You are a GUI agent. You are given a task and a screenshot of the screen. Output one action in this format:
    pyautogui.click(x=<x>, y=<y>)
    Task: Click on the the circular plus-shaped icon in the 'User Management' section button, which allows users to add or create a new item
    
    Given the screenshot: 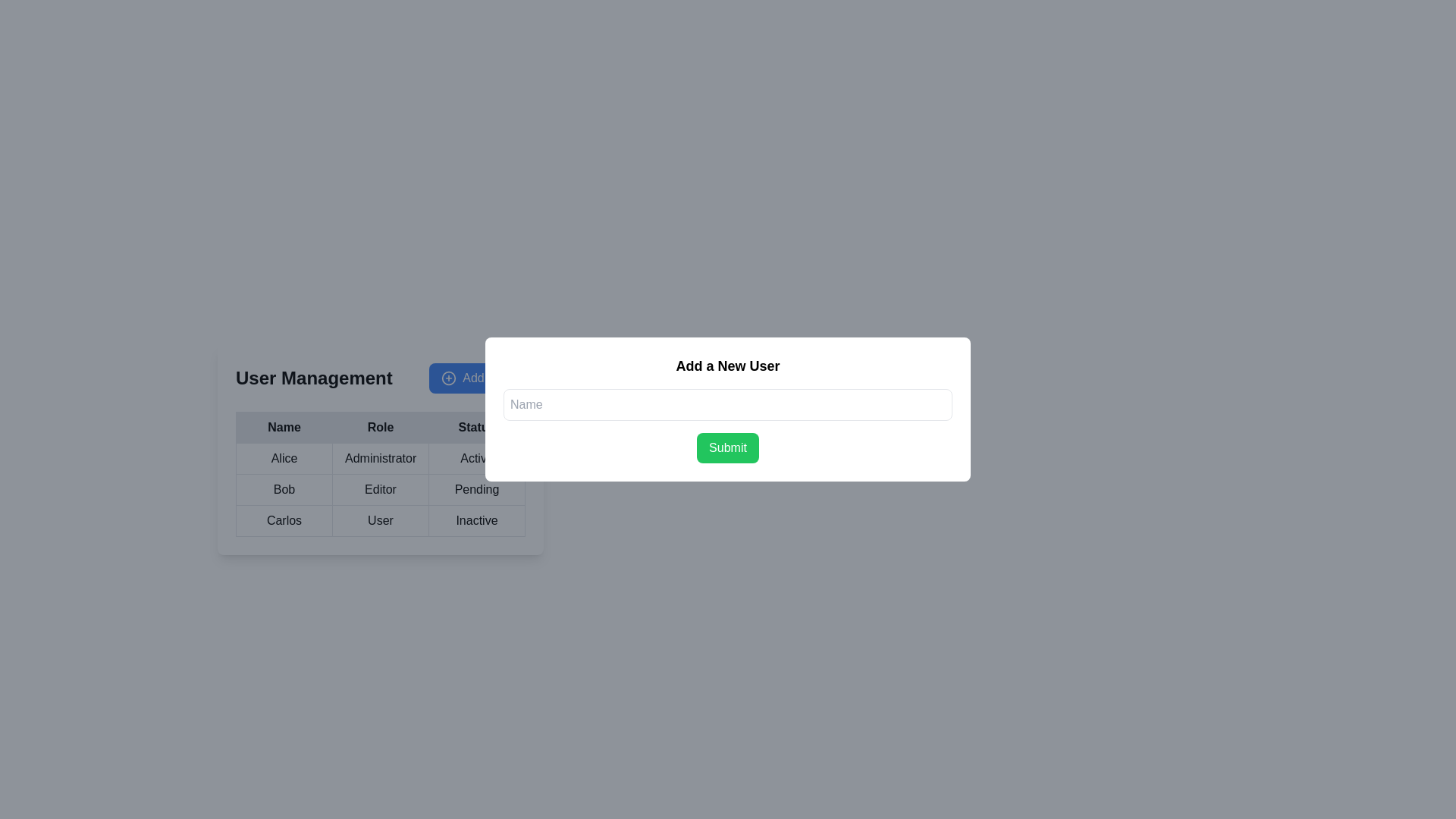 What is the action you would take?
    pyautogui.click(x=448, y=377)
    